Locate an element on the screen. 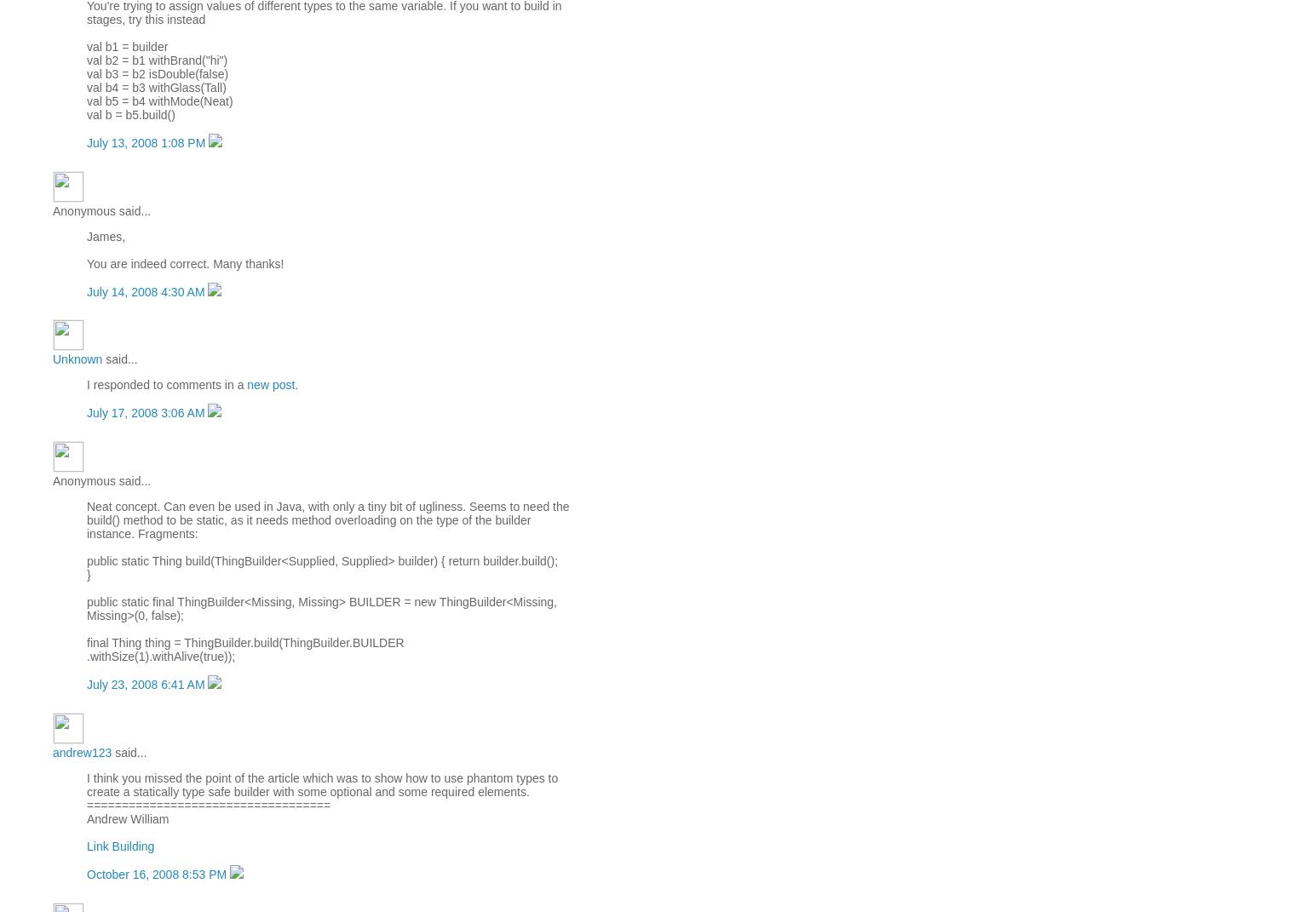  'James,' is located at coordinates (105, 235).